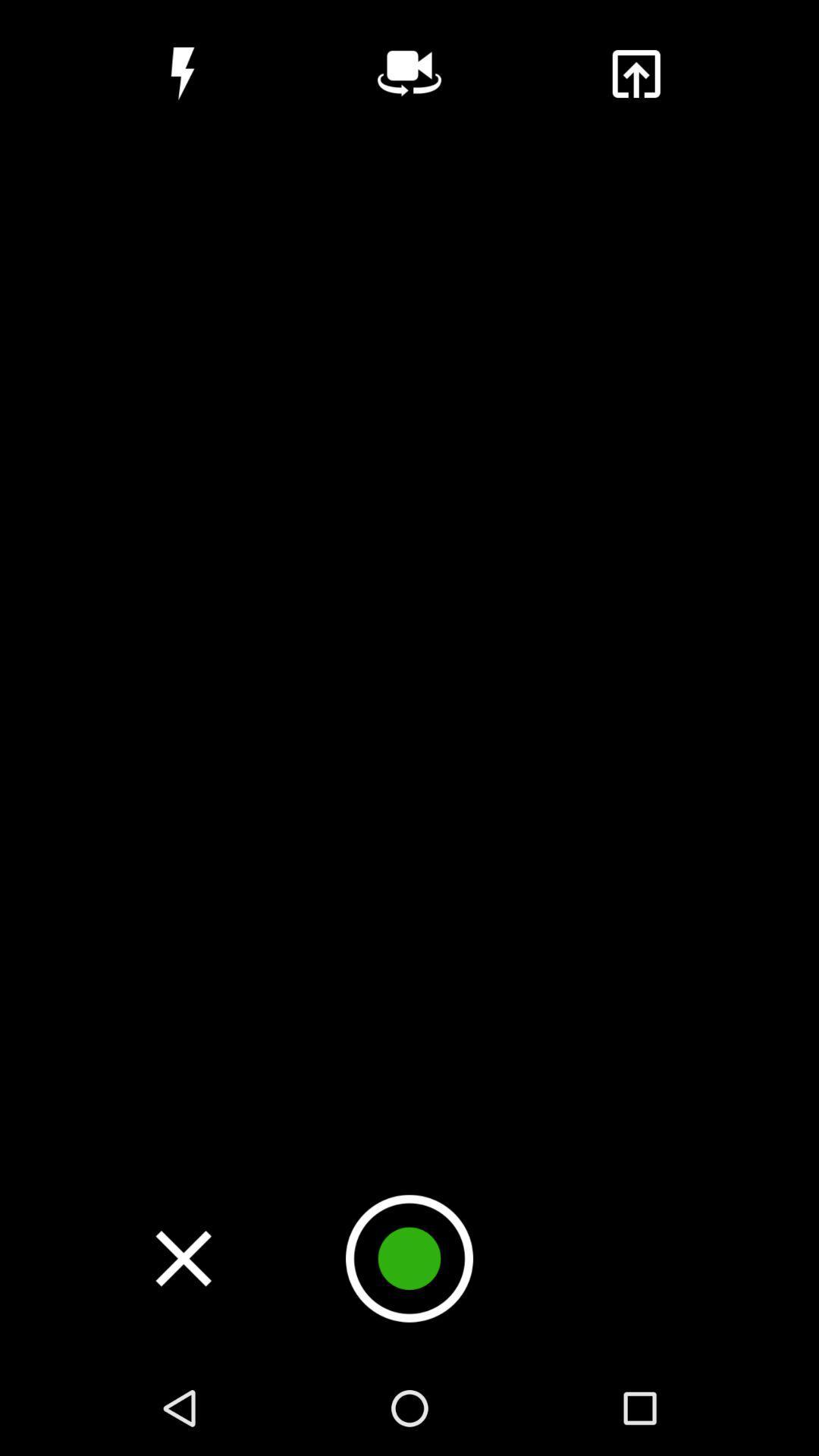 This screenshot has height=1456, width=819. Describe the element at coordinates (635, 73) in the screenshot. I see `the item at the top right corner` at that location.